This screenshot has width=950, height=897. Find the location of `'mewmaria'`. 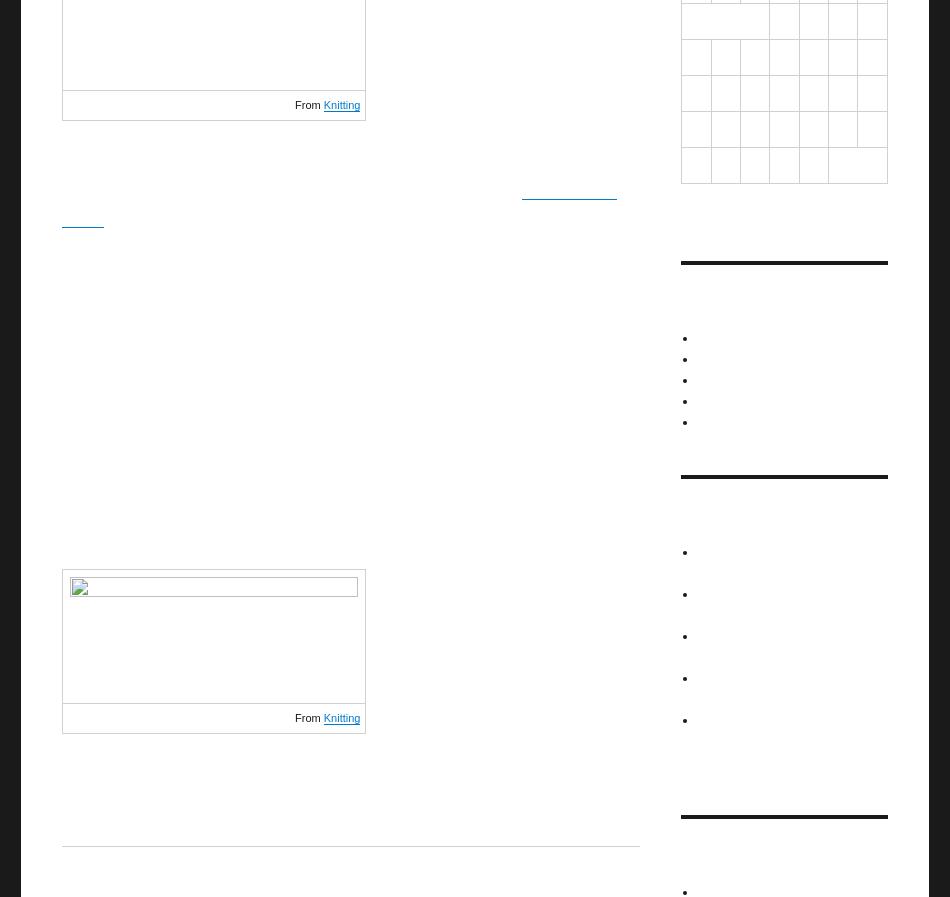

'mewmaria' is located at coordinates (697, 593).